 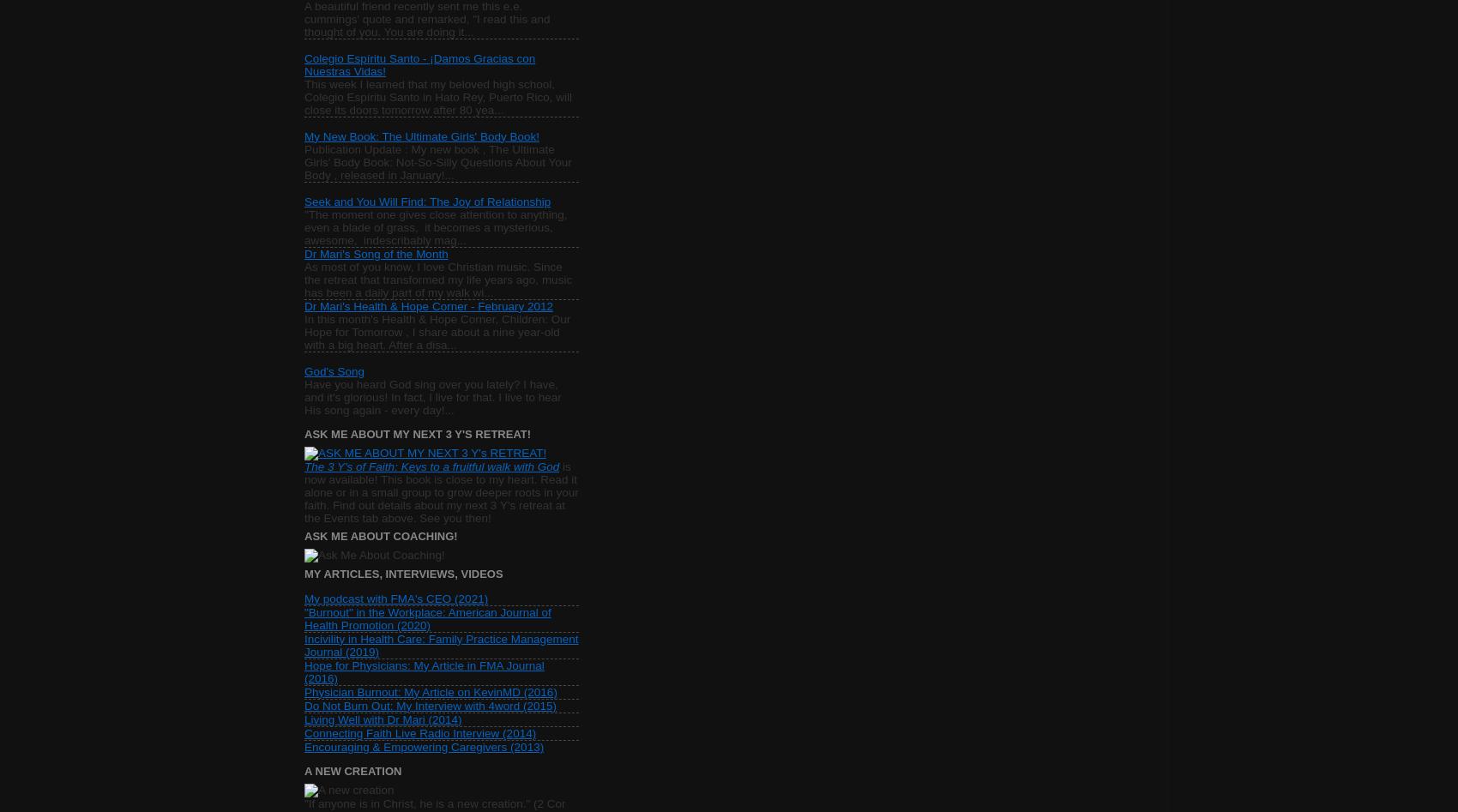 What do you see at coordinates (428, 304) in the screenshot?
I see `'Dr Mari's Health & Hope Corner - February 2012'` at bounding box center [428, 304].